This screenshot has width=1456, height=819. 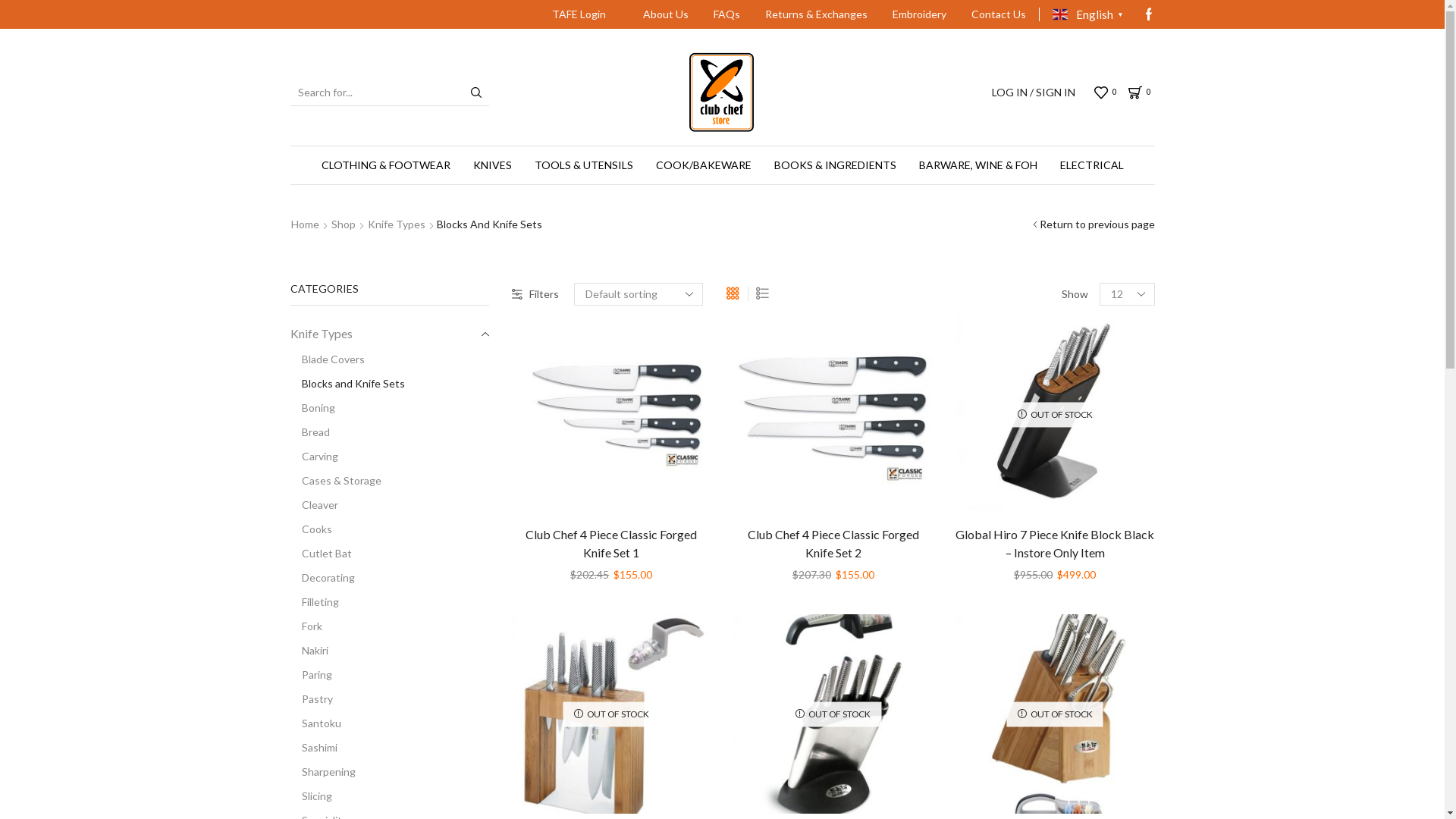 What do you see at coordinates (632, 14) in the screenshot?
I see `'About Us'` at bounding box center [632, 14].